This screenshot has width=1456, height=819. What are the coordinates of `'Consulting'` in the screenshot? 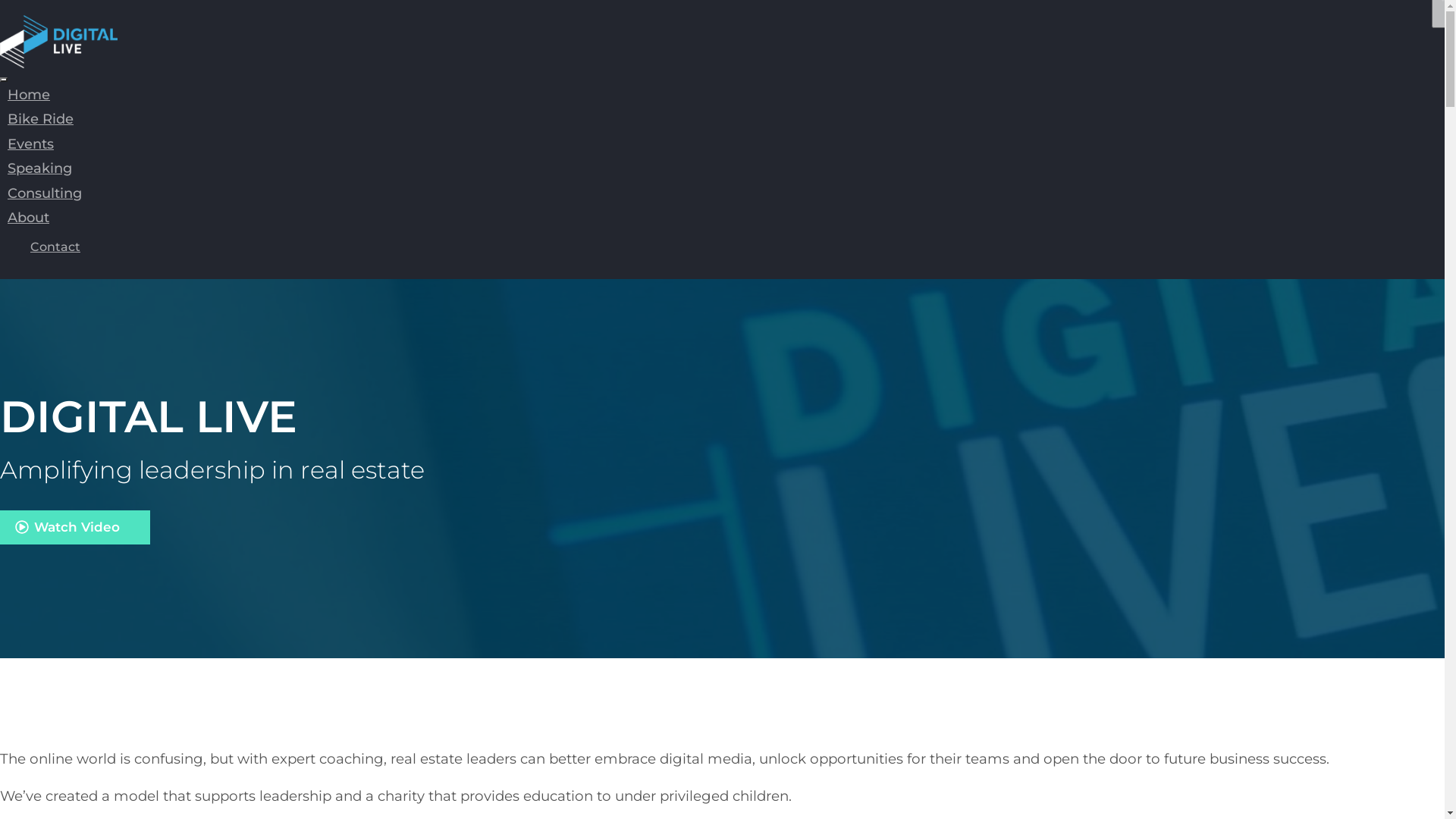 It's located at (0, 192).